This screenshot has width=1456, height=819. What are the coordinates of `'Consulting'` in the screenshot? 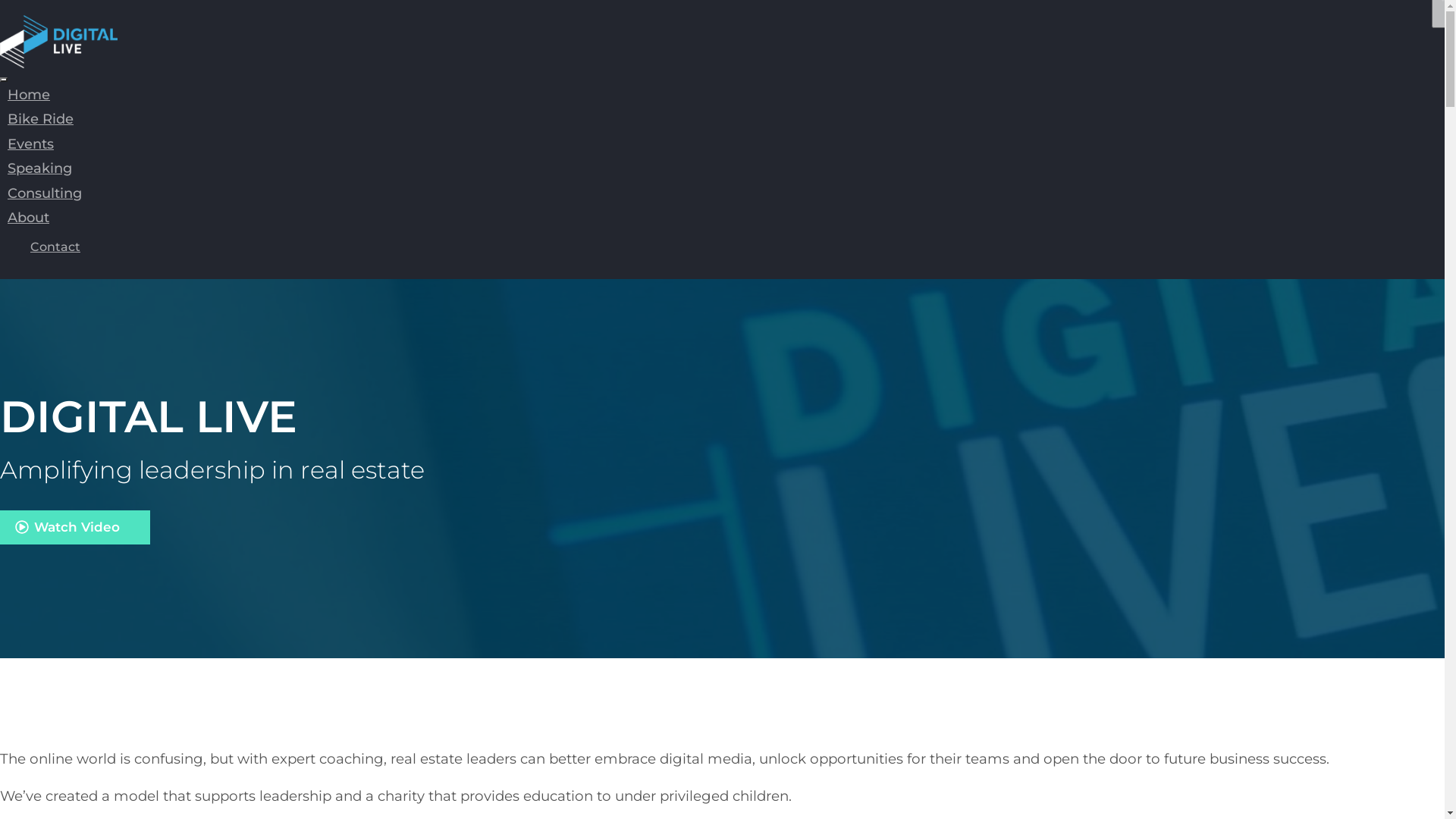 It's located at (0, 192).